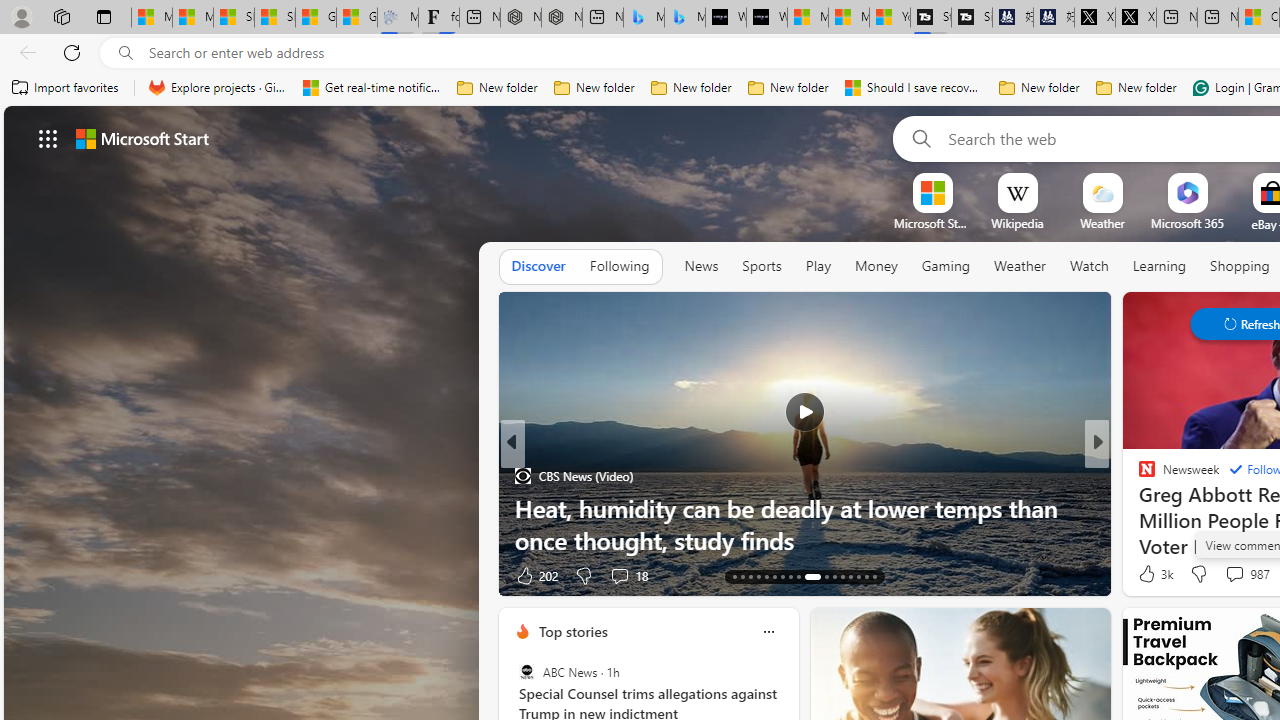 This screenshot has height=720, width=1280. What do you see at coordinates (876, 265) in the screenshot?
I see `'Money'` at bounding box center [876, 265].